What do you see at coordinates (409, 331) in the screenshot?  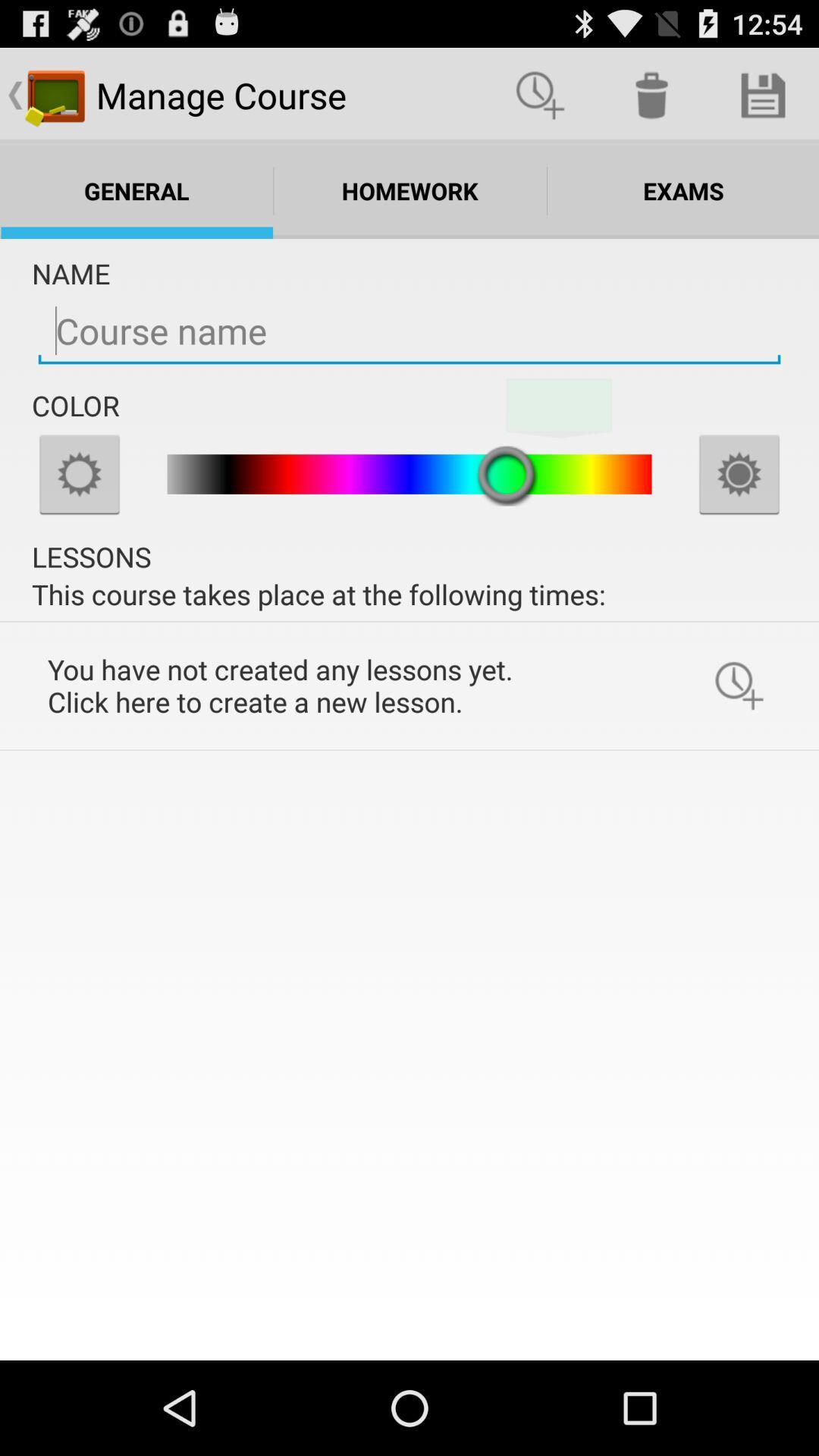 I see `the name of course` at bounding box center [409, 331].